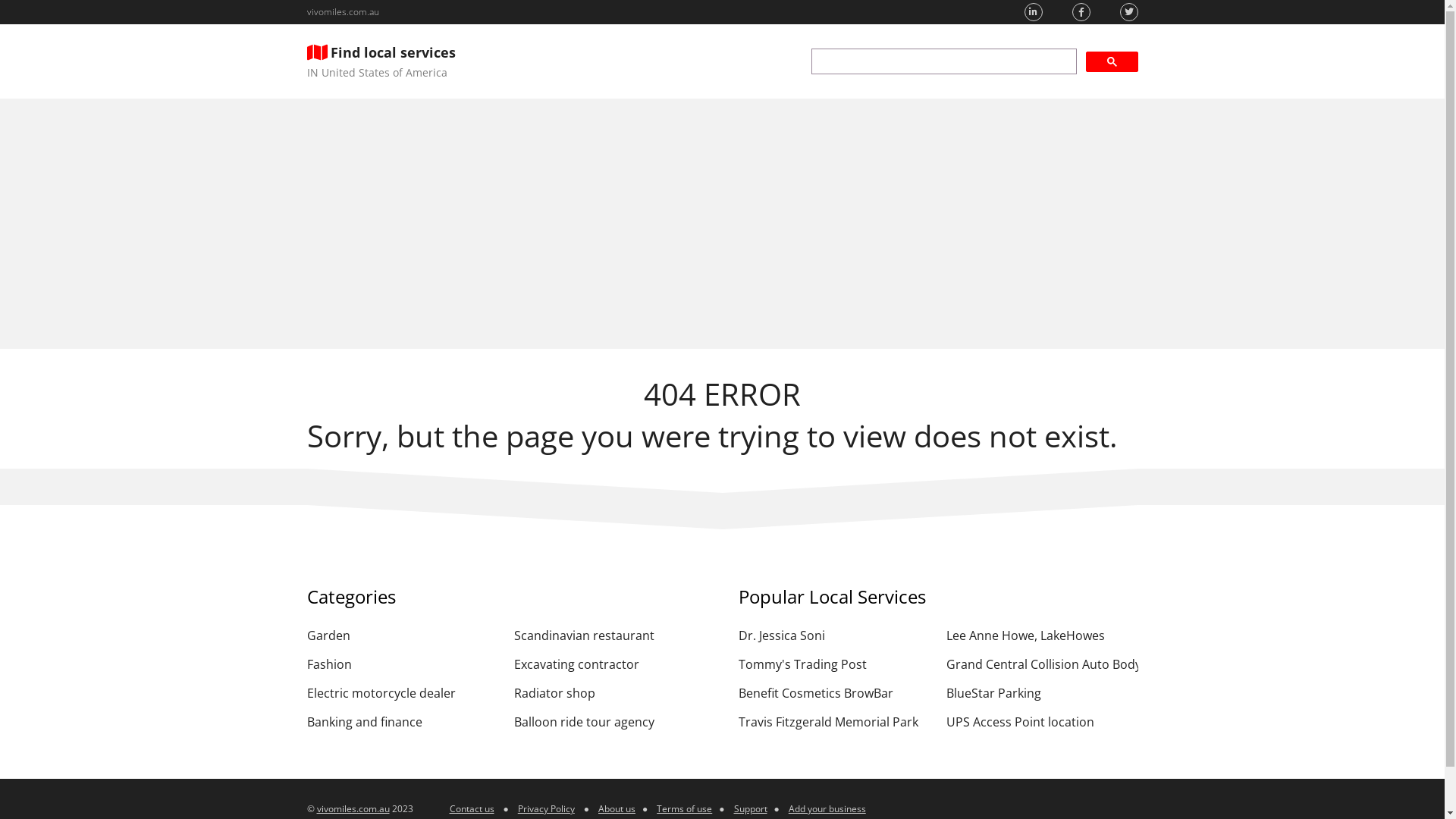  What do you see at coordinates (402, 693) in the screenshot?
I see `'Electric motorcycle dealer'` at bounding box center [402, 693].